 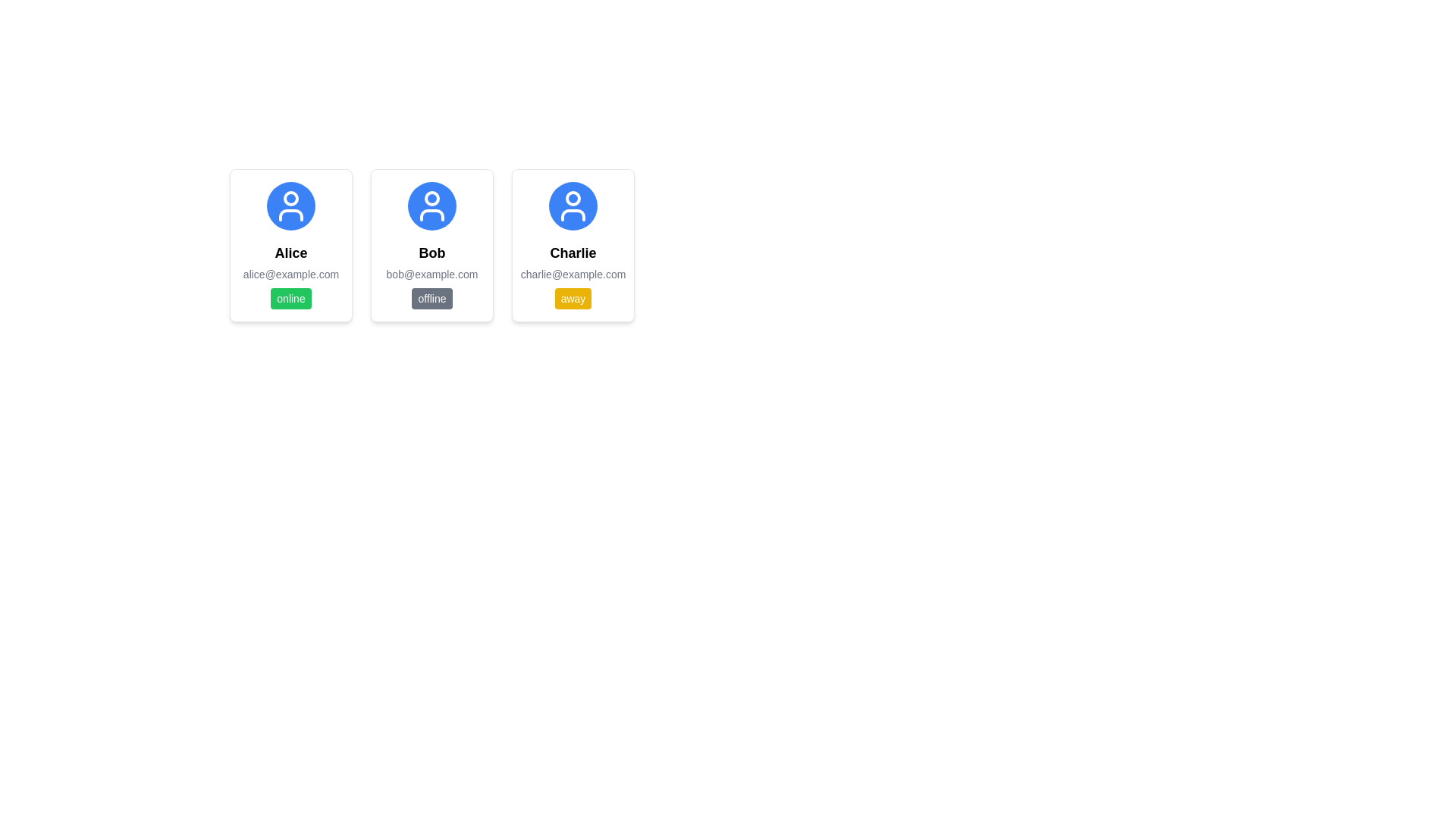 I want to click on the circular blue button with a white user icon that is located above the text 'Alice' in the card layout, so click(x=291, y=206).